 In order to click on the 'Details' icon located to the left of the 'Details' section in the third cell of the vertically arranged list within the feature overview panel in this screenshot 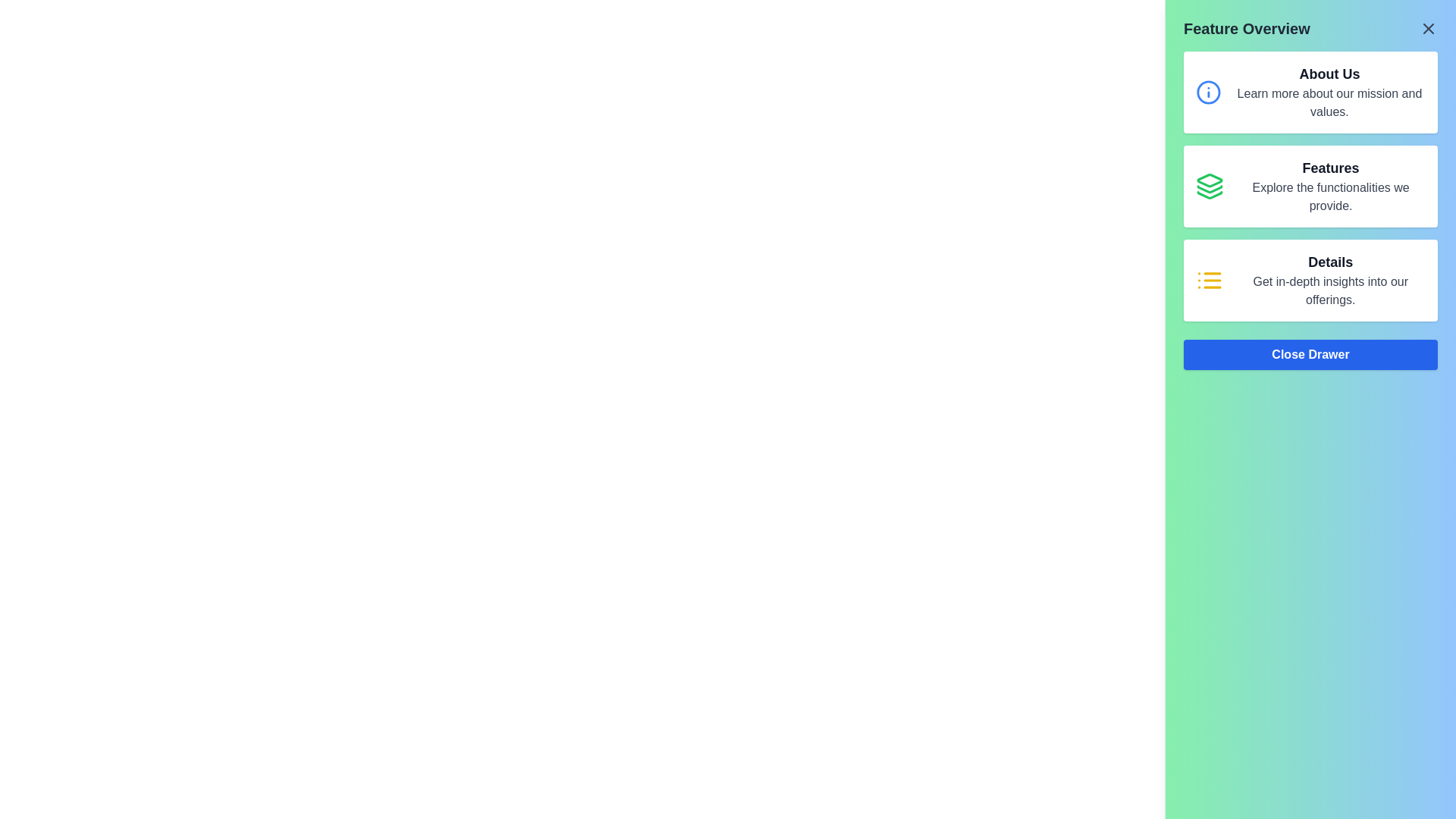, I will do `click(1209, 281)`.